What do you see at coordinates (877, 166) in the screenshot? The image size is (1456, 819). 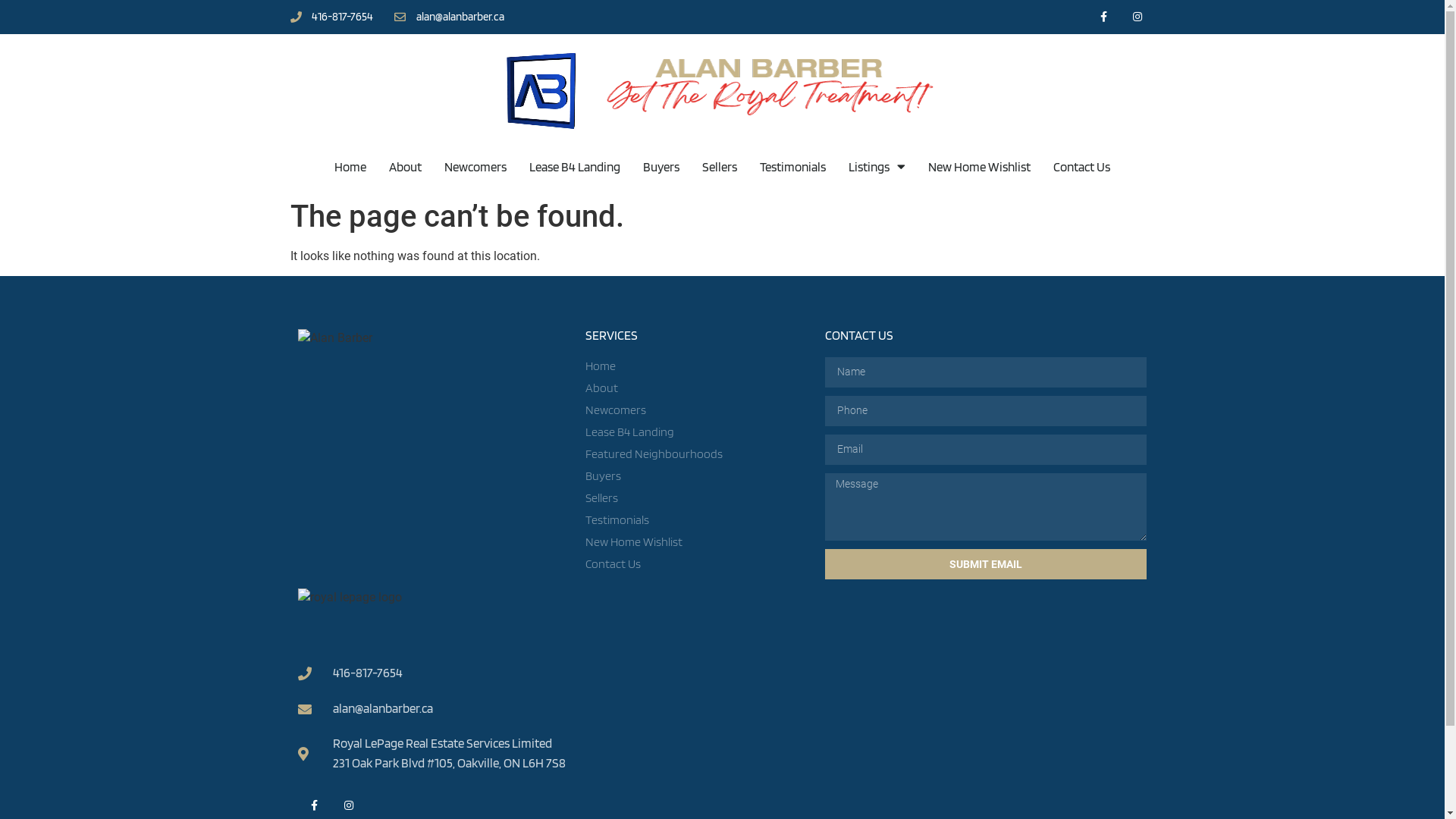 I see `'Listings'` at bounding box center [877, 166].